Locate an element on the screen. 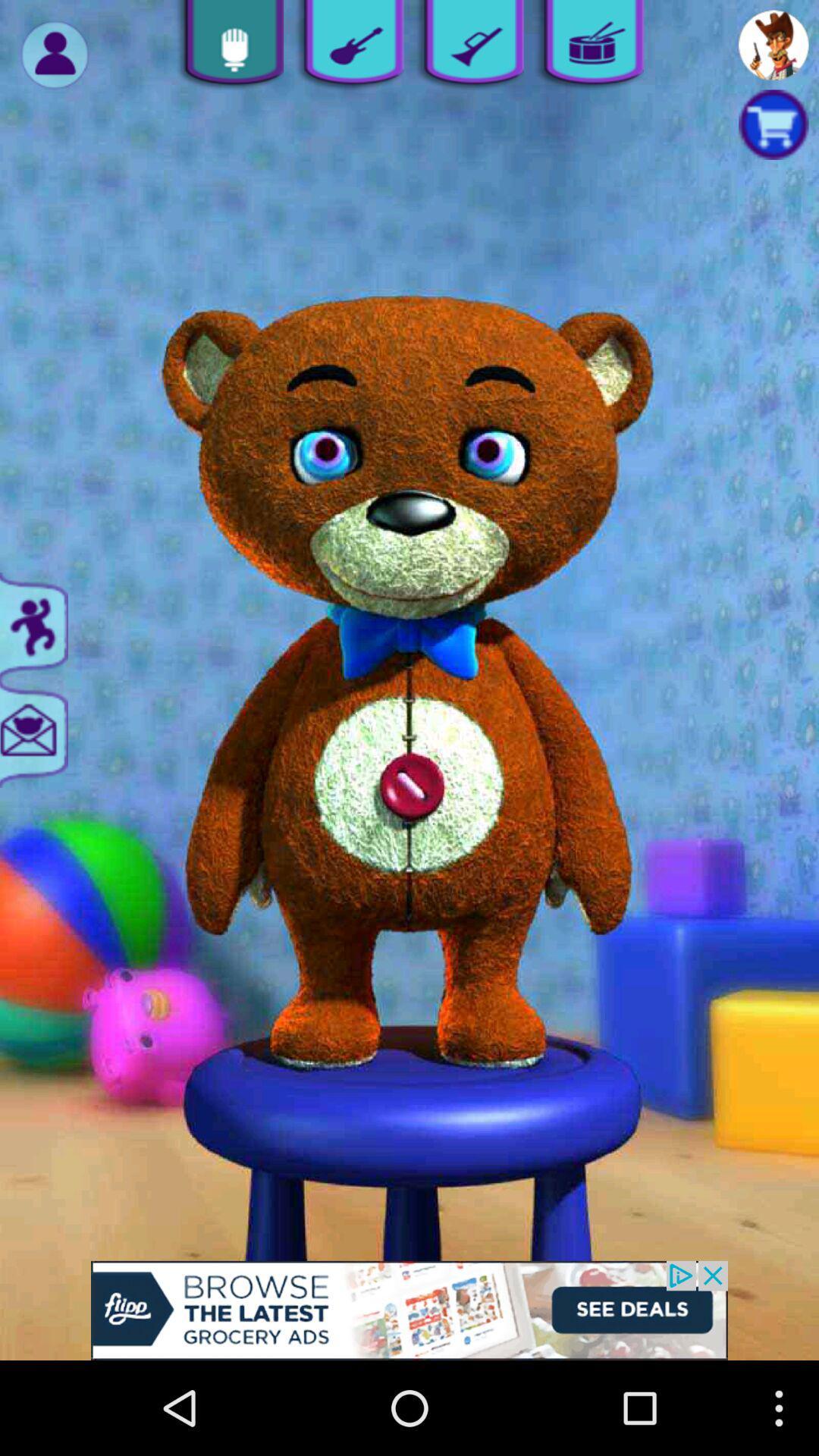 The width and height of the screenshot is (819, 1456). the avatar icon is located at coordinates (773, 48).